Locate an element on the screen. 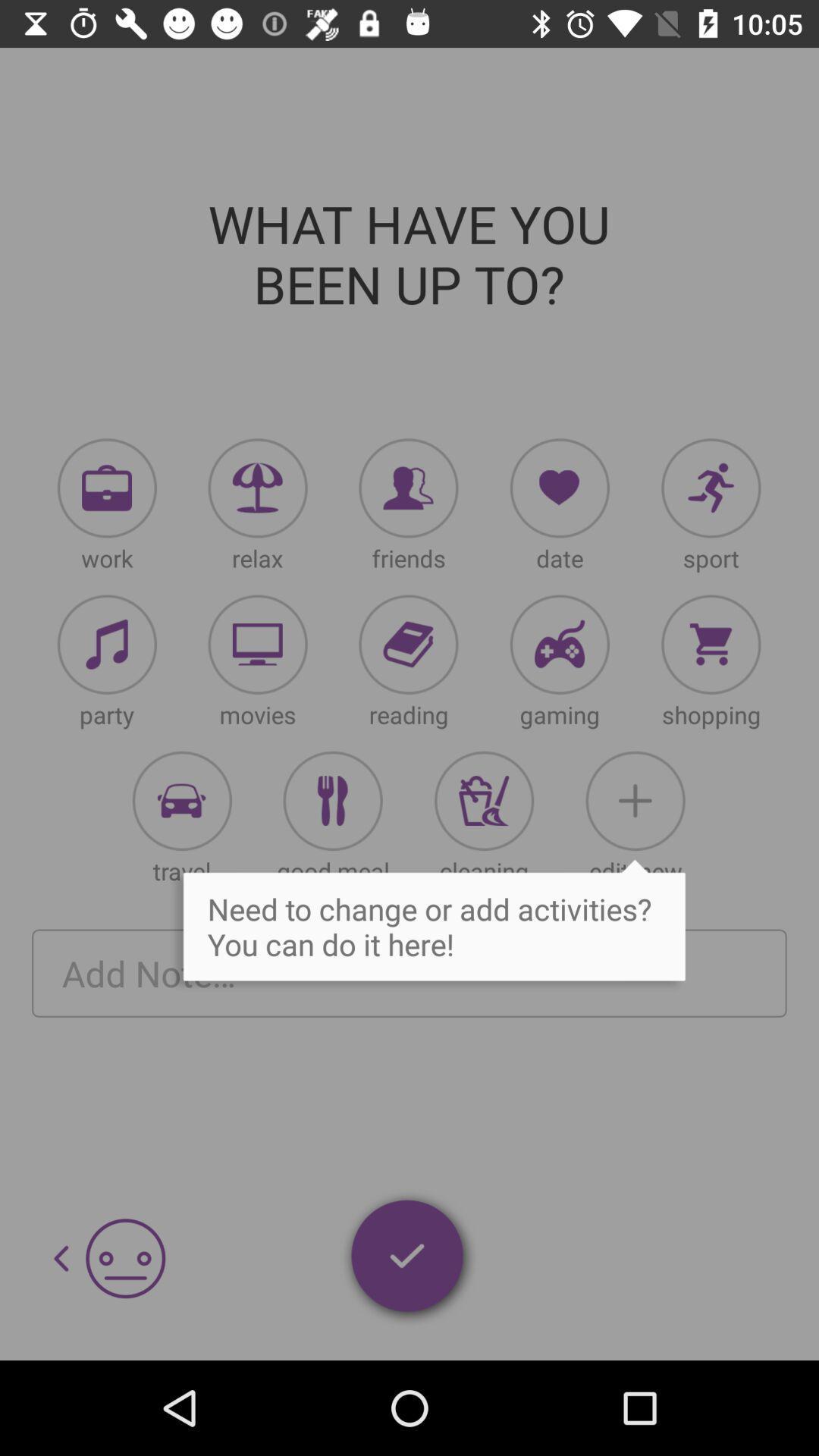 Image resolution: width=819 pixels, height=1456 pixels. travel options is located at coordinates (181, 800).